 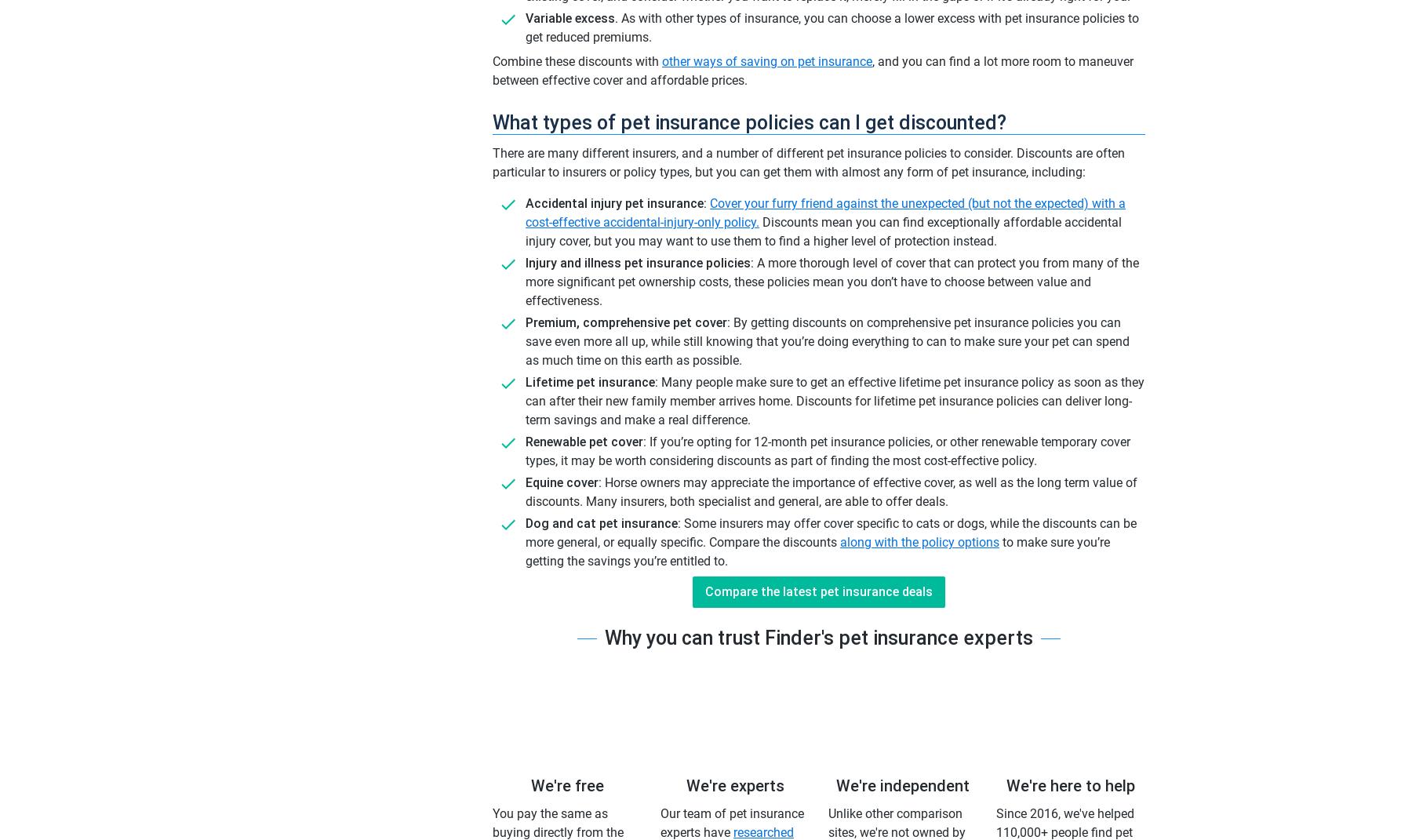 What do you see at coordinates (628, 322) in the screenshot?
I see `'Premium, comprehensive pet cover:'` at bounding box center [628, 322].